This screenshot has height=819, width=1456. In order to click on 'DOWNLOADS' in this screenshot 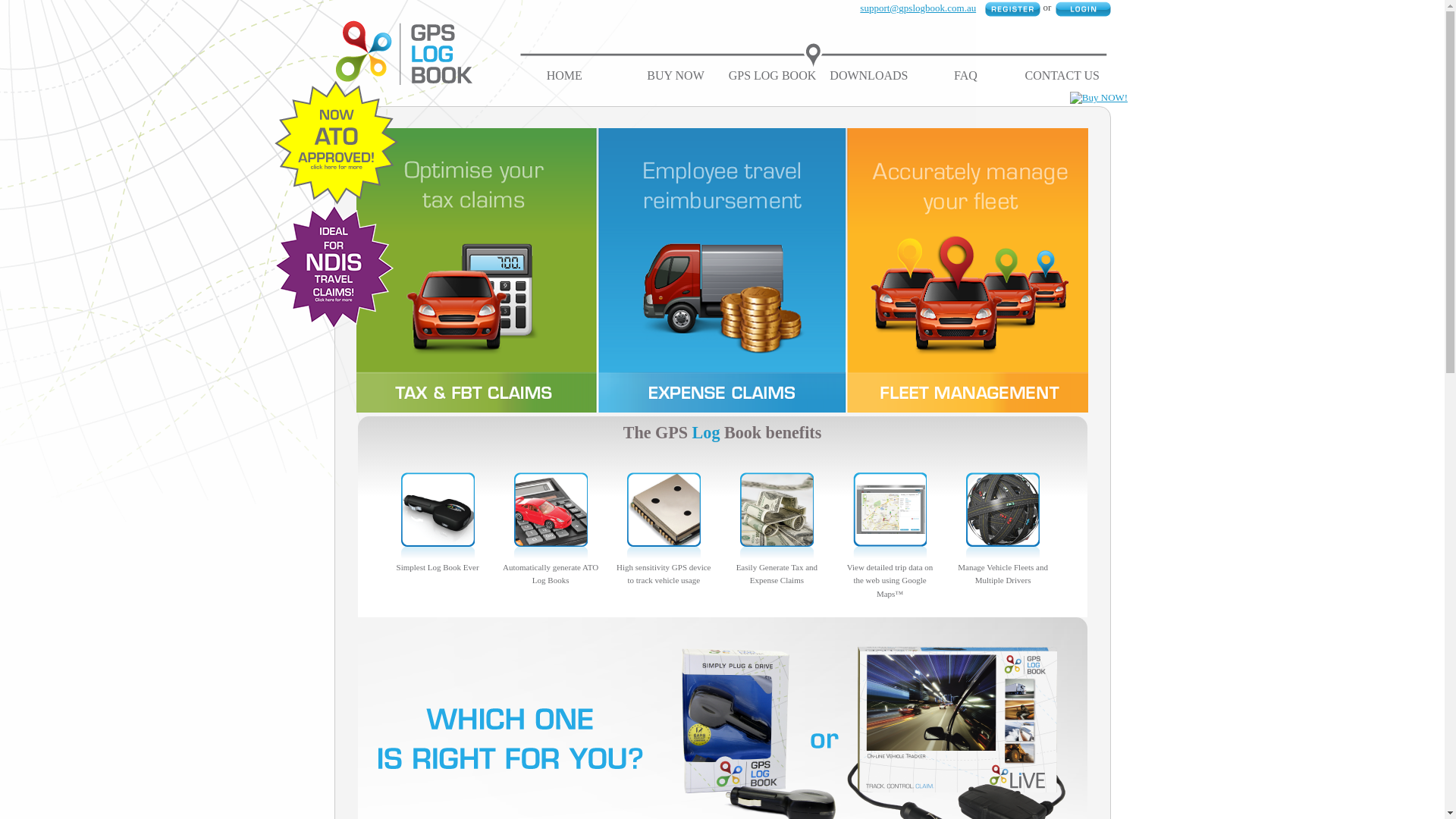, I will do `click(829, 75)`.